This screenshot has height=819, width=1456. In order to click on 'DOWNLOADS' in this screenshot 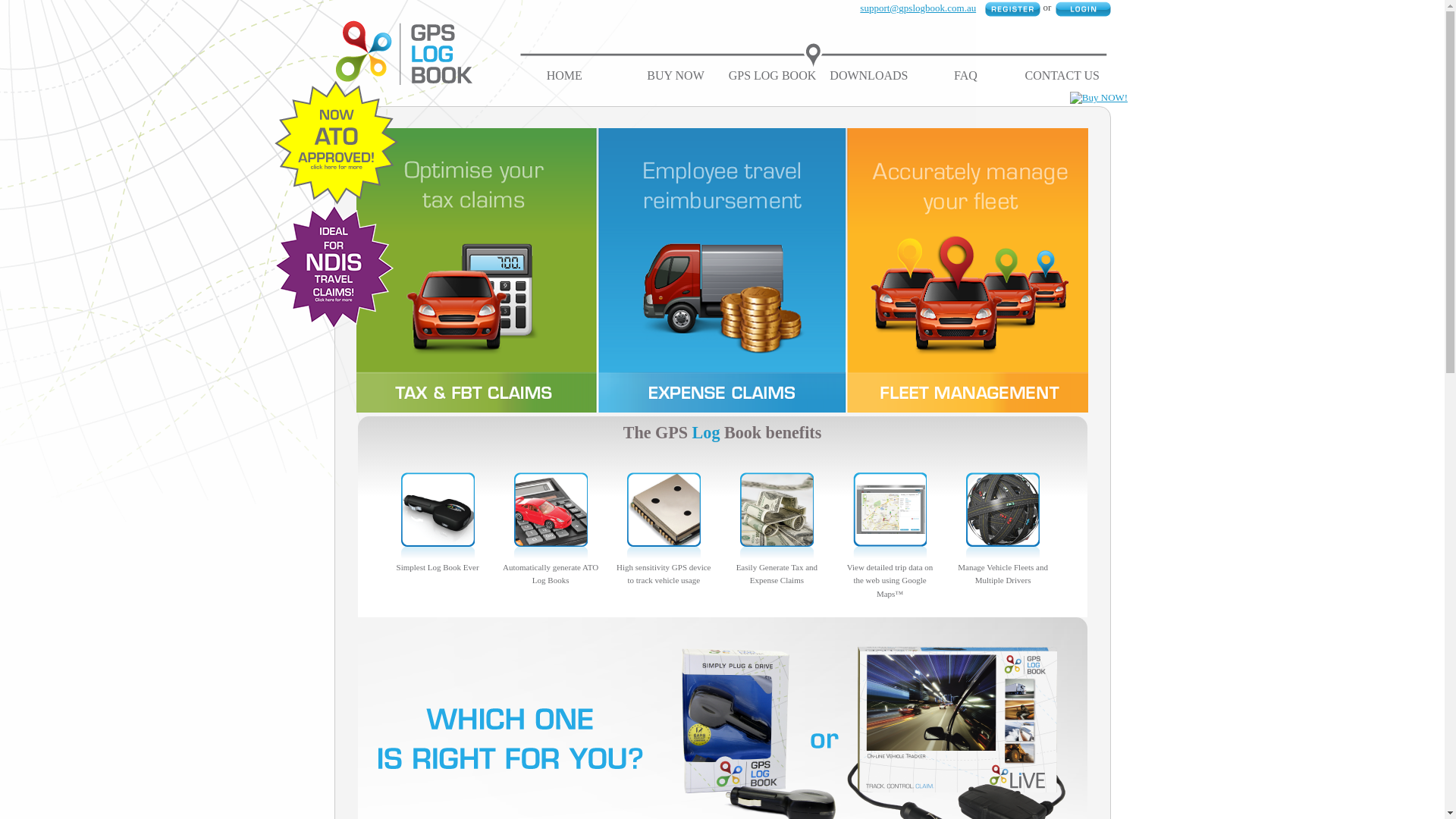, I will do `click(829, 75)`.